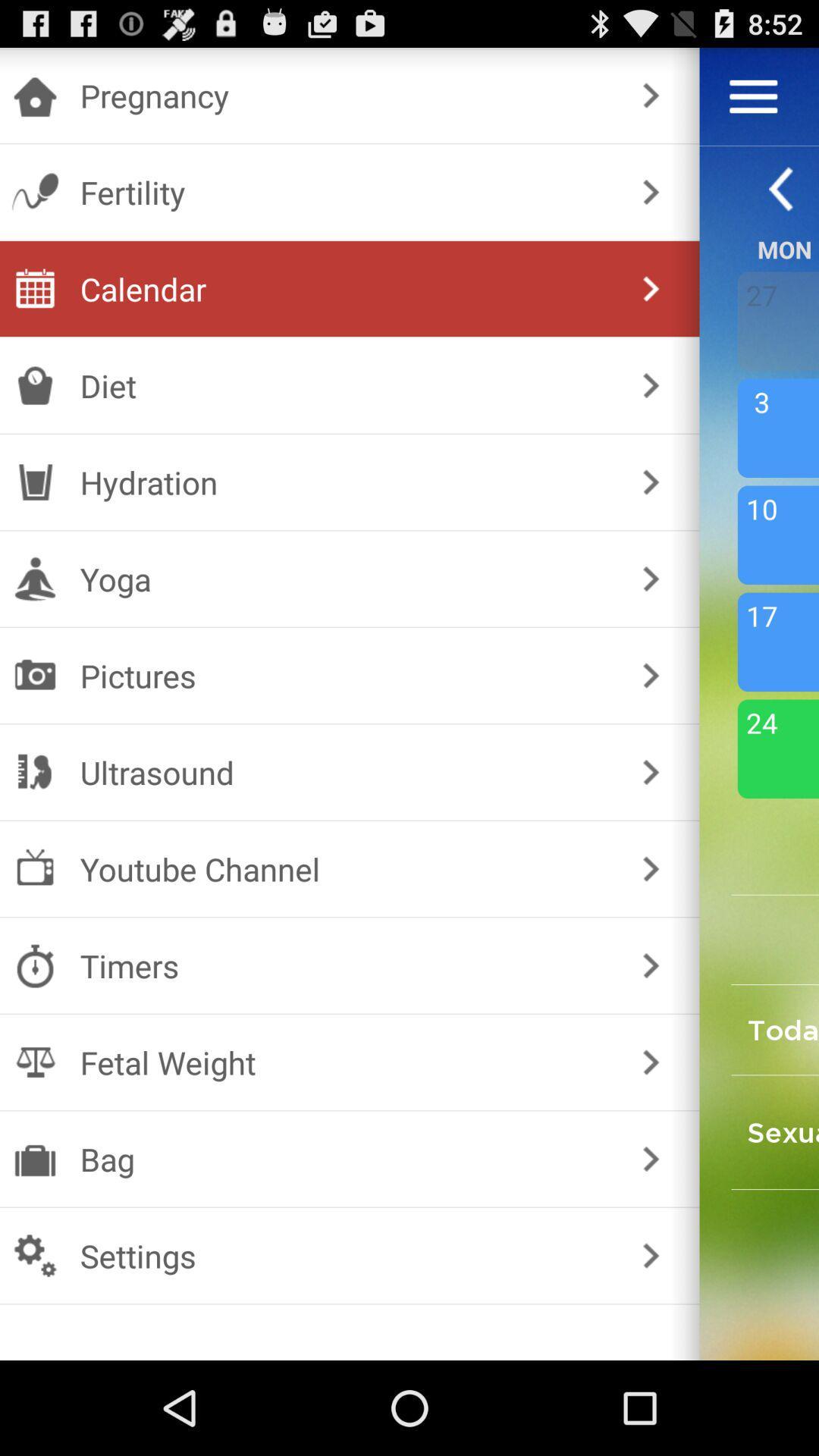  Describe the element at coordinates (347, 772) in the screenshot. I see `the item above youtube channel icon` at that location.